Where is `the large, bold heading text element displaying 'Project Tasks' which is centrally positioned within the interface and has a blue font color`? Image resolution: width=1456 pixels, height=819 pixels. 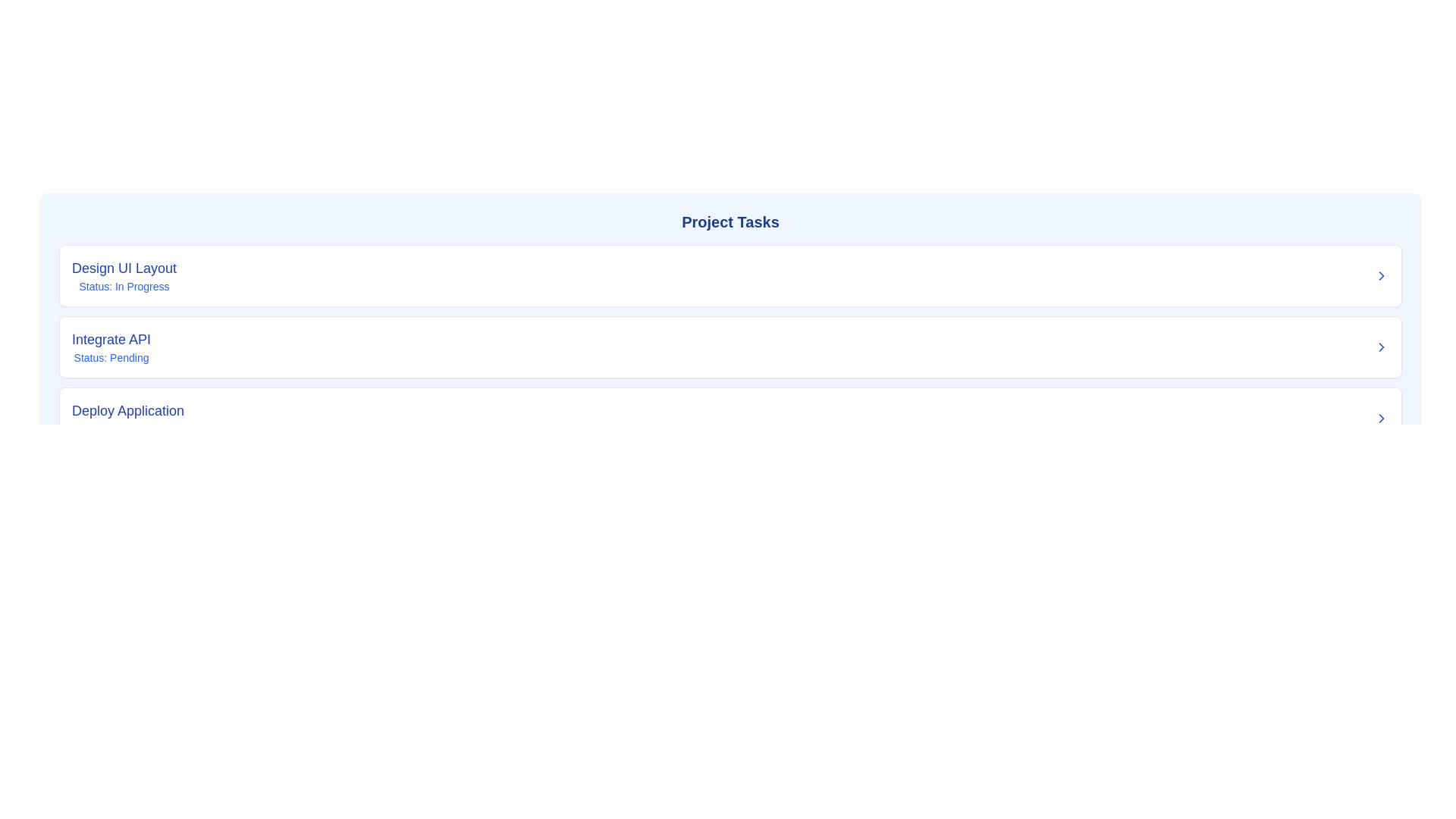
the large, bold heading text element displaying 'Project Tasks' which is centrally positioned within the interface and has a blue font color is located at coordinates (730, 222).